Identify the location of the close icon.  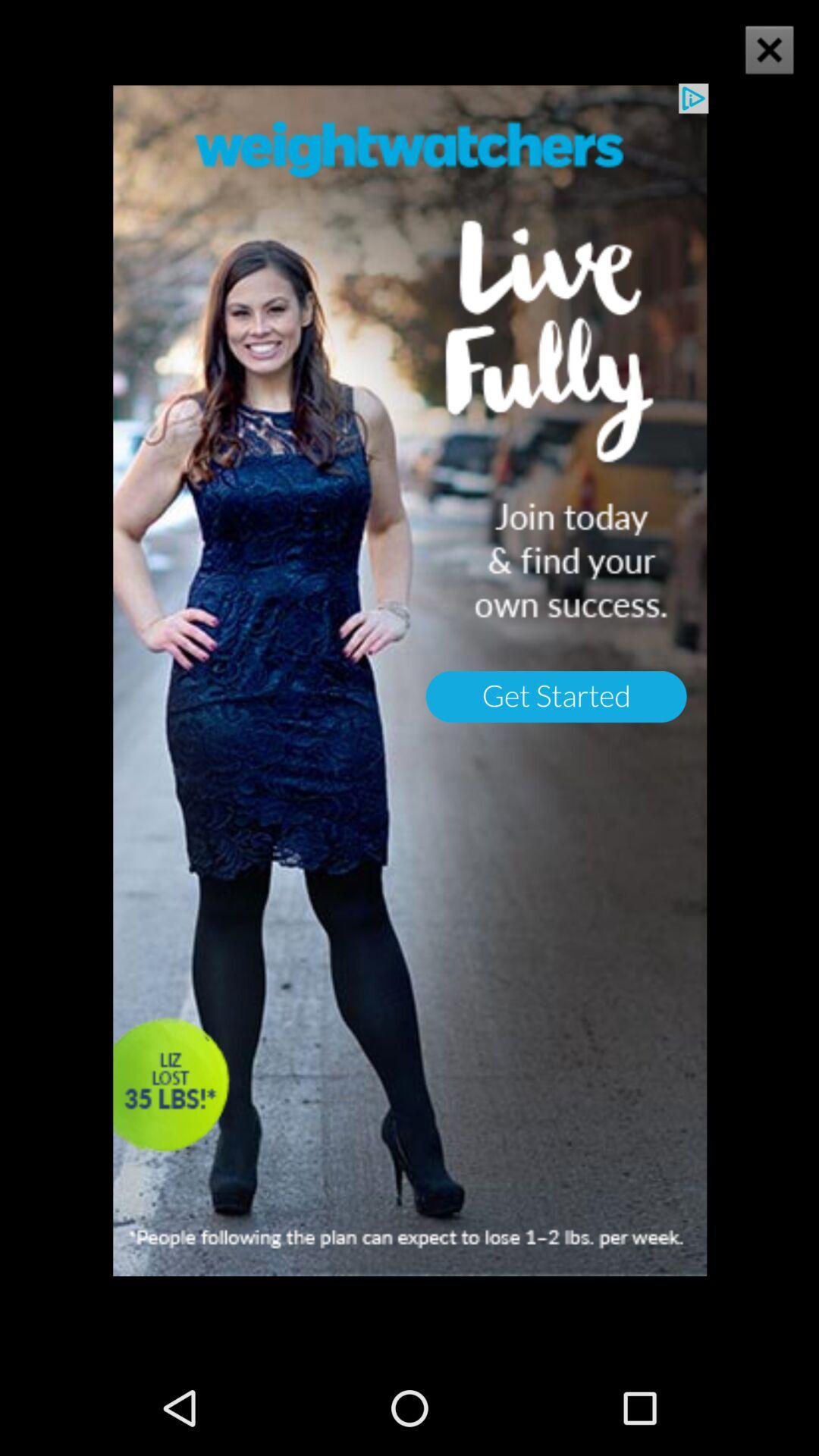
(769, 53).